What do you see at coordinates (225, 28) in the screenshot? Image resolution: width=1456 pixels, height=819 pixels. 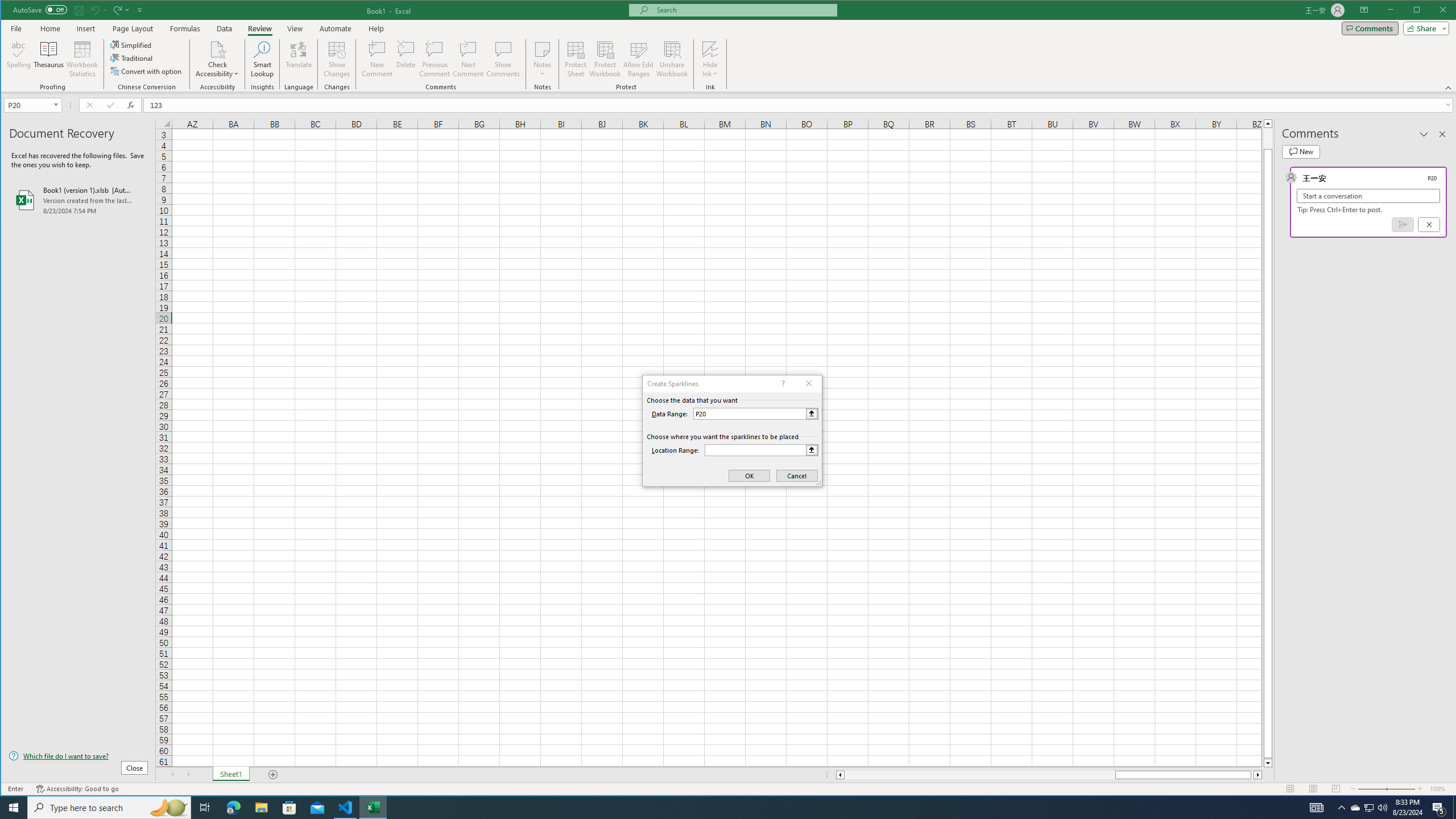 I see `'Data'` at bounding box center [225, 28].